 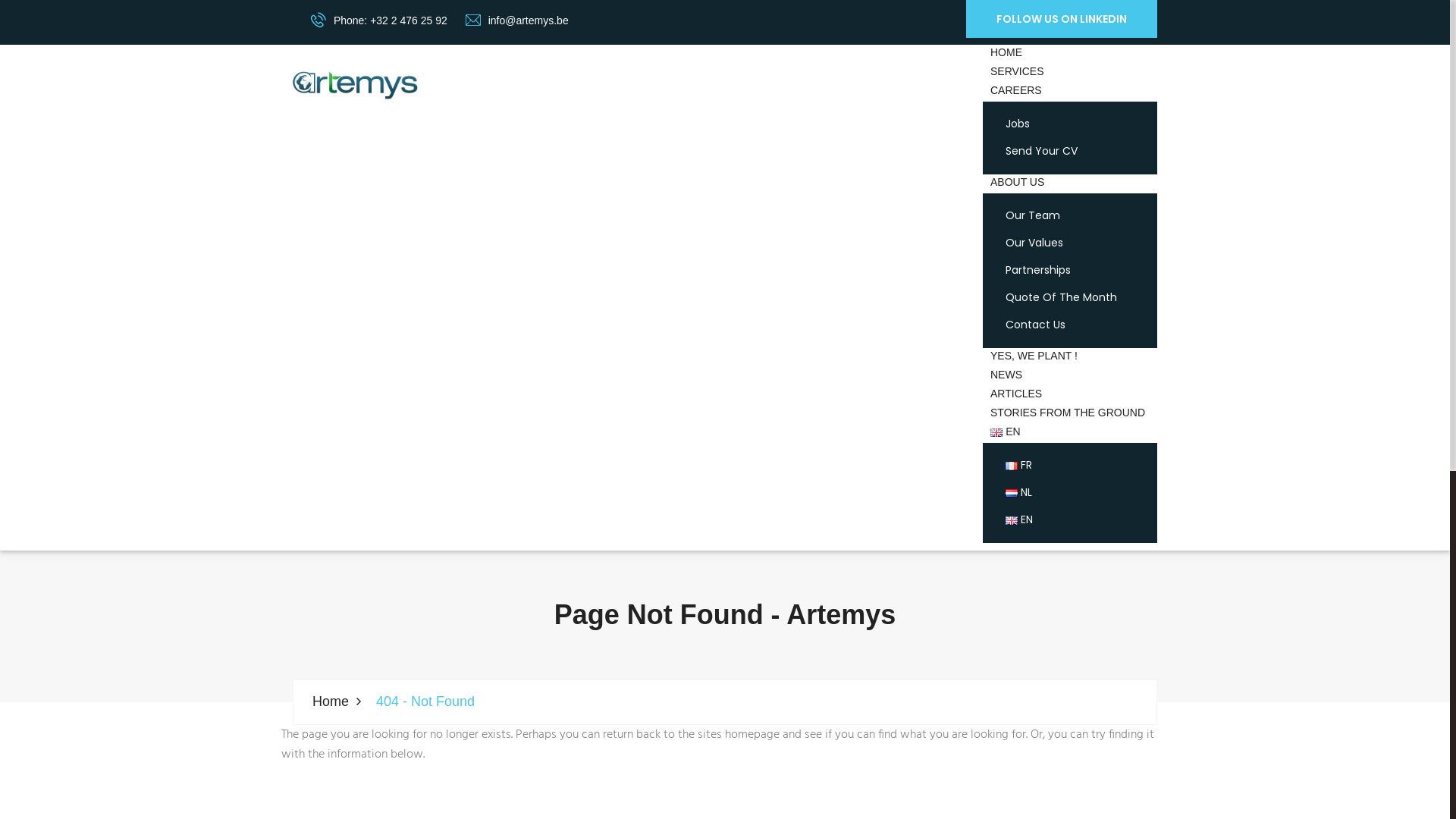 What do you see at coordinates (1005, 298) in the screenshot?
I see `'Quote Of The Month'` at bounding box center [1005, 298].